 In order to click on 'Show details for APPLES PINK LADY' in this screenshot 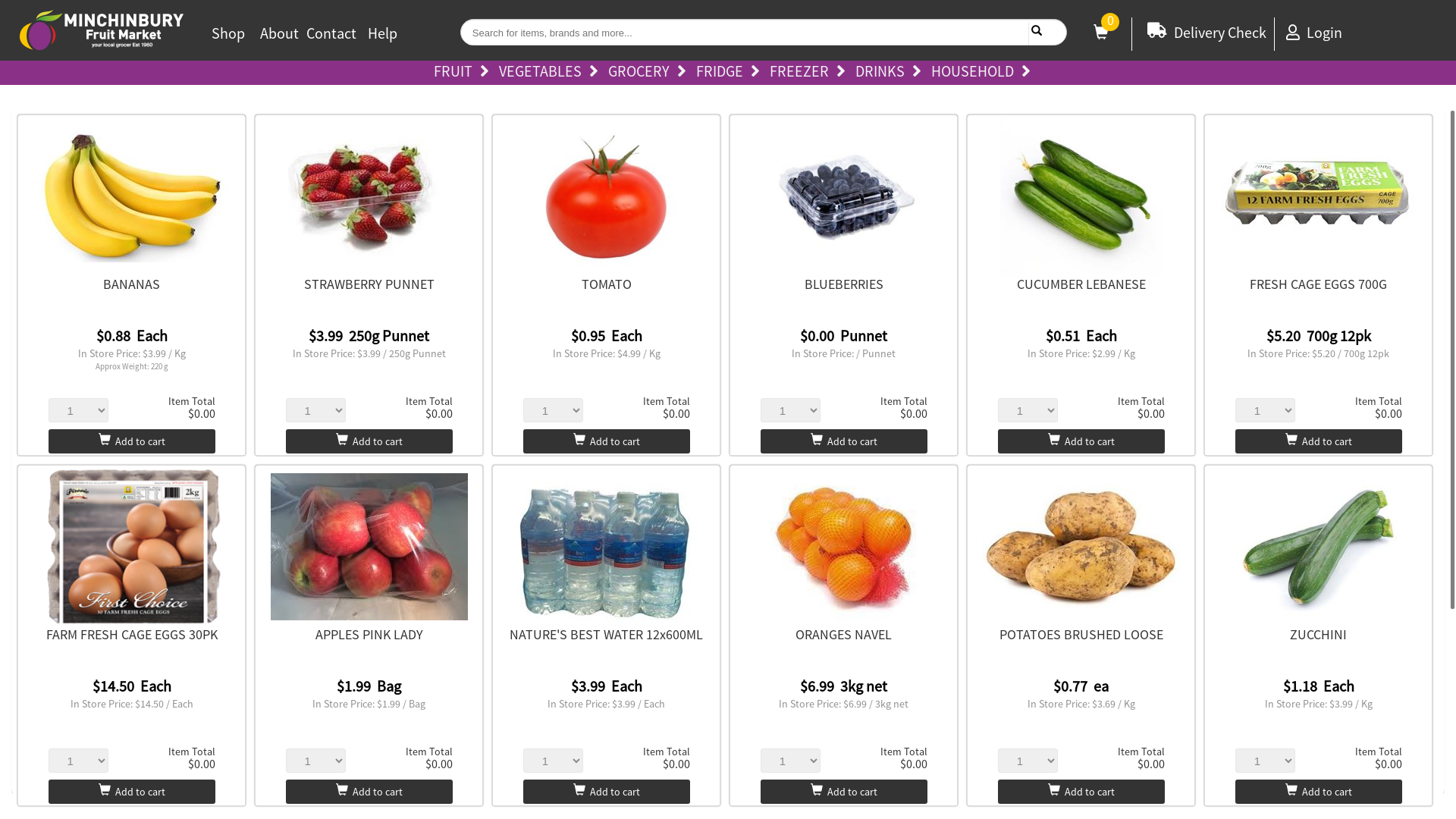, I will do `click(369, 547)`.